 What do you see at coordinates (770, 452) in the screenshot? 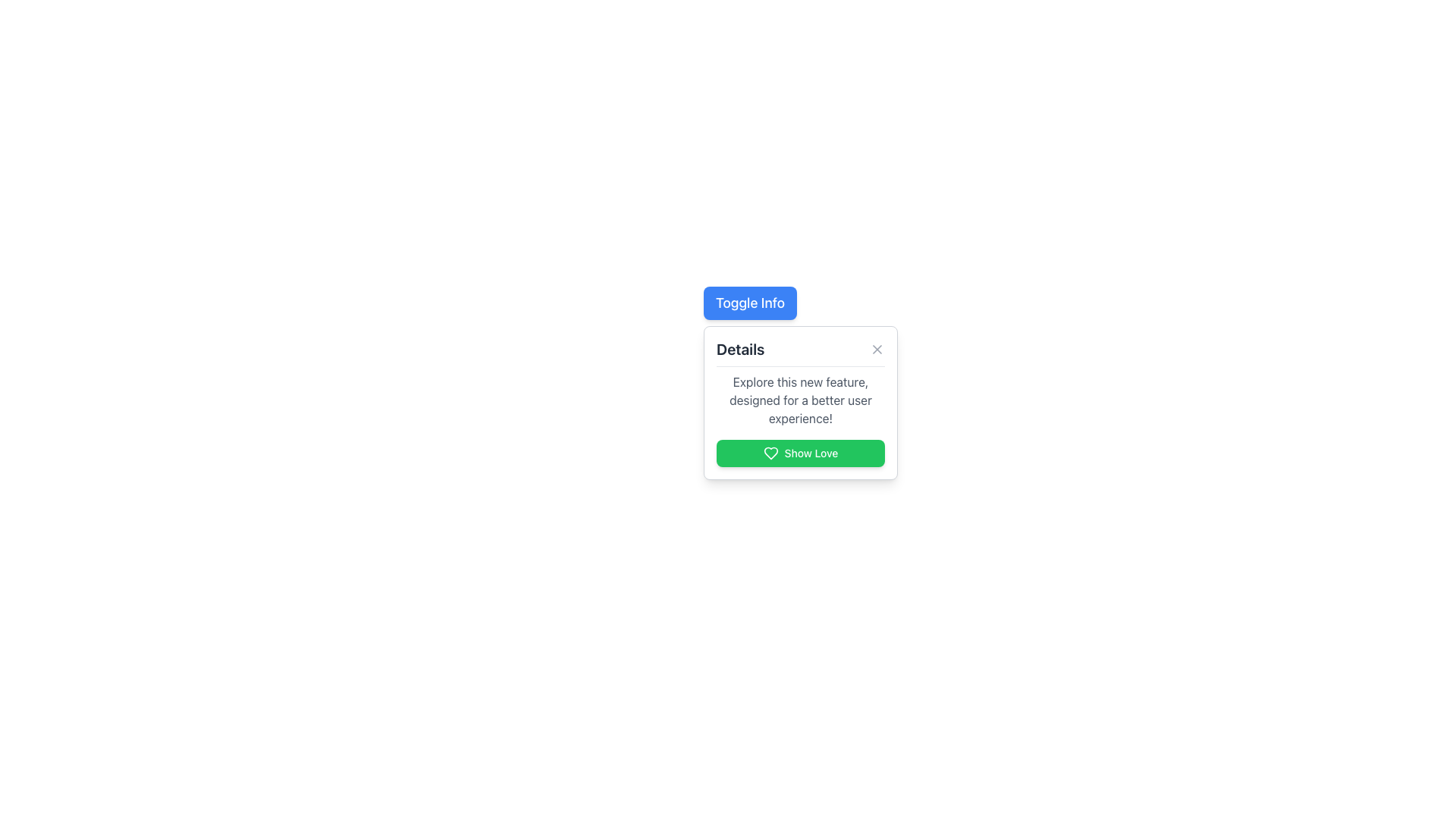
I see `the heart-shaped SVG icon located within the green 'Show Love' button` at bounding box center [770, 452].